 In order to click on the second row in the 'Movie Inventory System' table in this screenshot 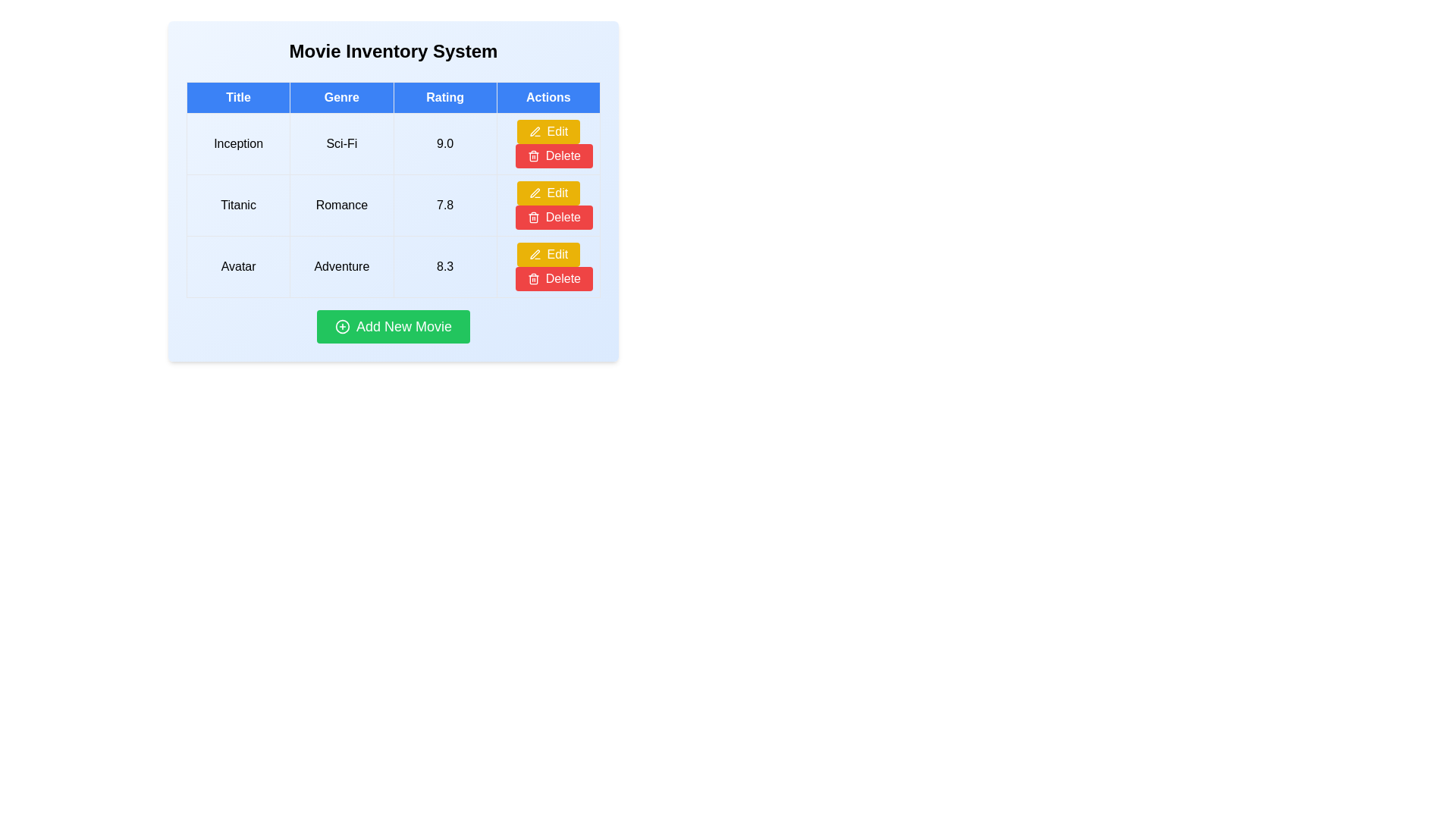, I will do `click(393, 205)`.